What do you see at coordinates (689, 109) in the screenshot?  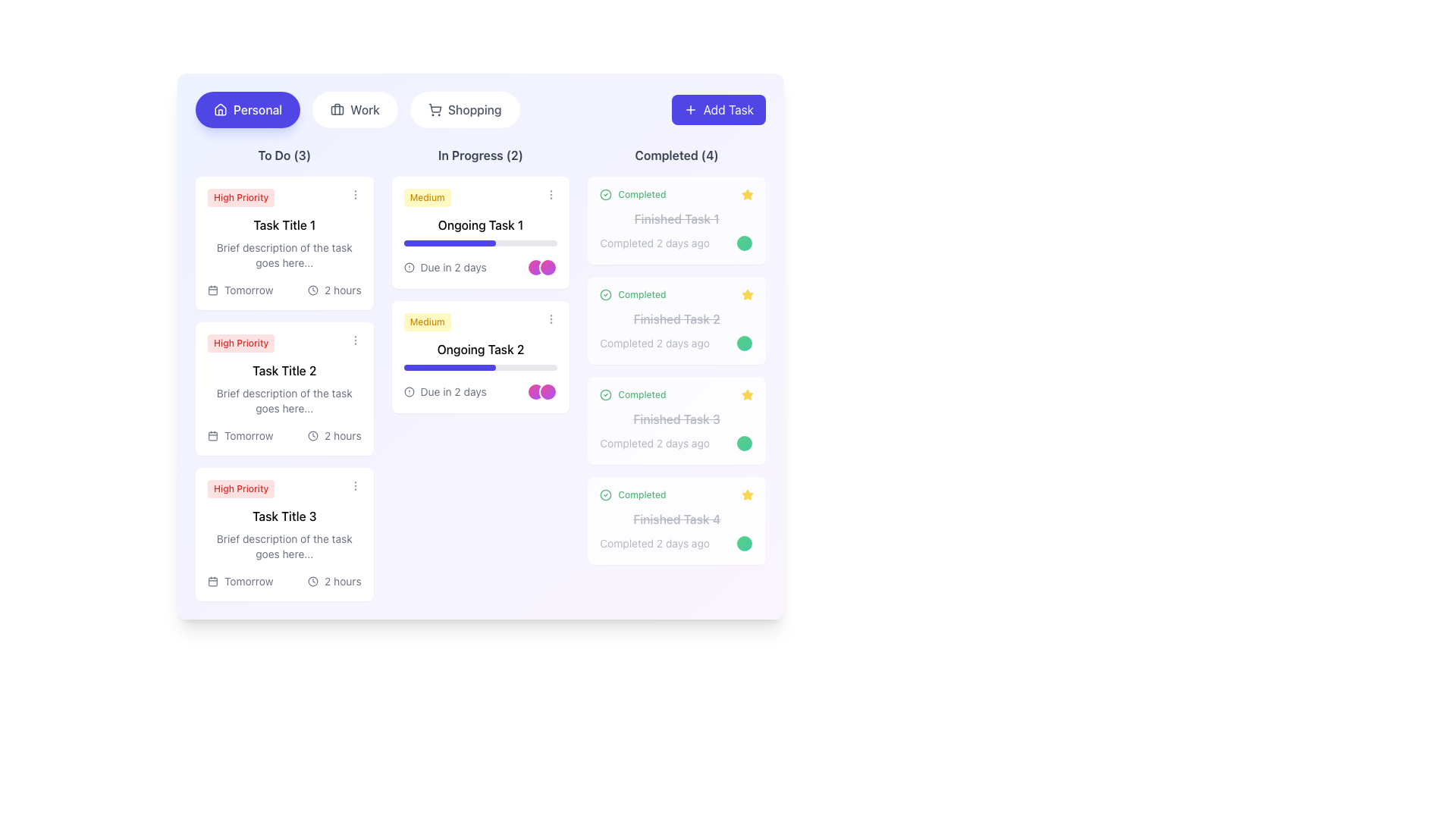 I see `the small plus sign icon that is part of the 'Add Task' button located in the top right corner of the interface` at bounding box center [689, 109].